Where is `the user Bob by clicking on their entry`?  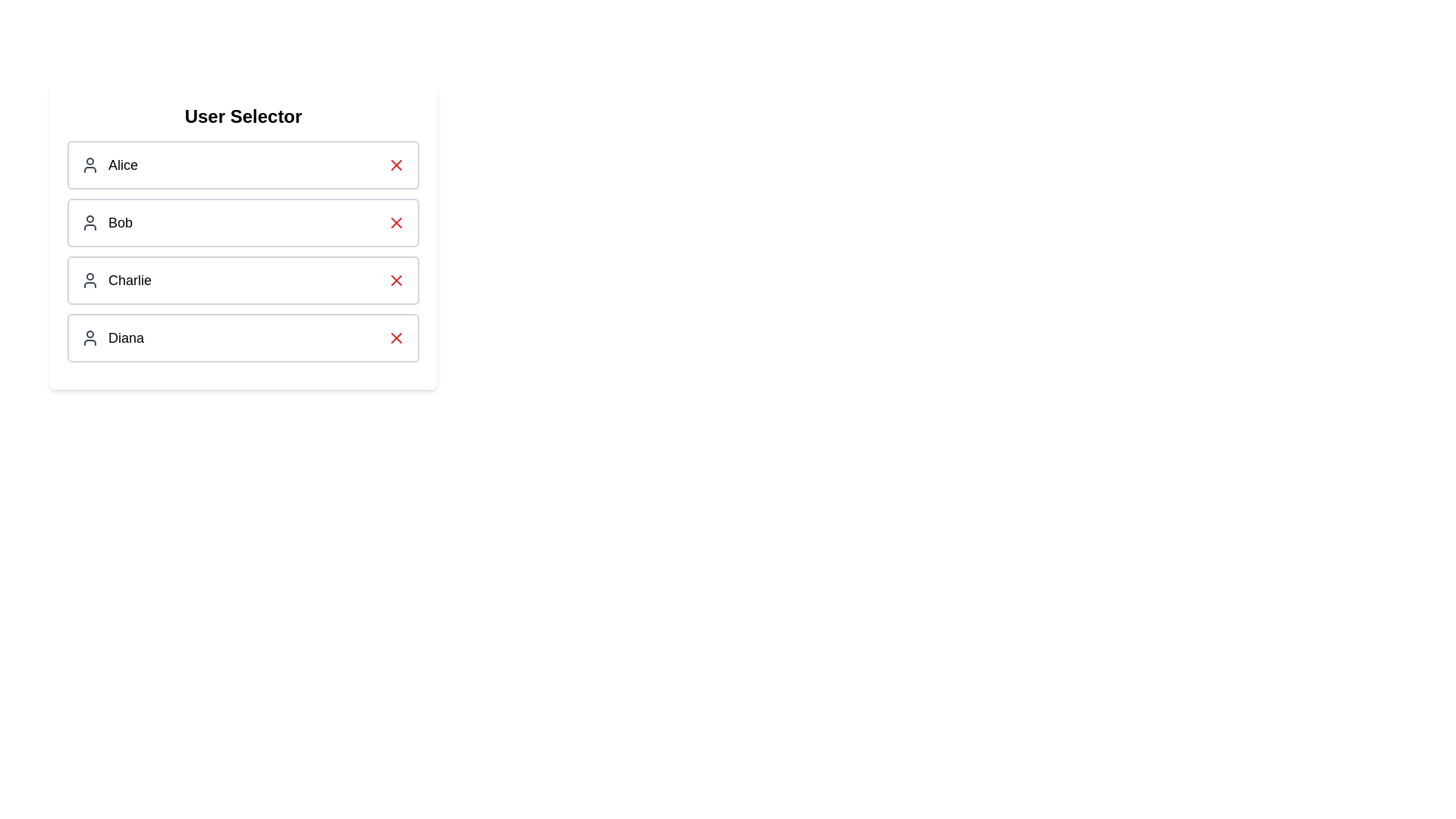
the user Bob by clicking on their entry is located at coordinates (243, 222).